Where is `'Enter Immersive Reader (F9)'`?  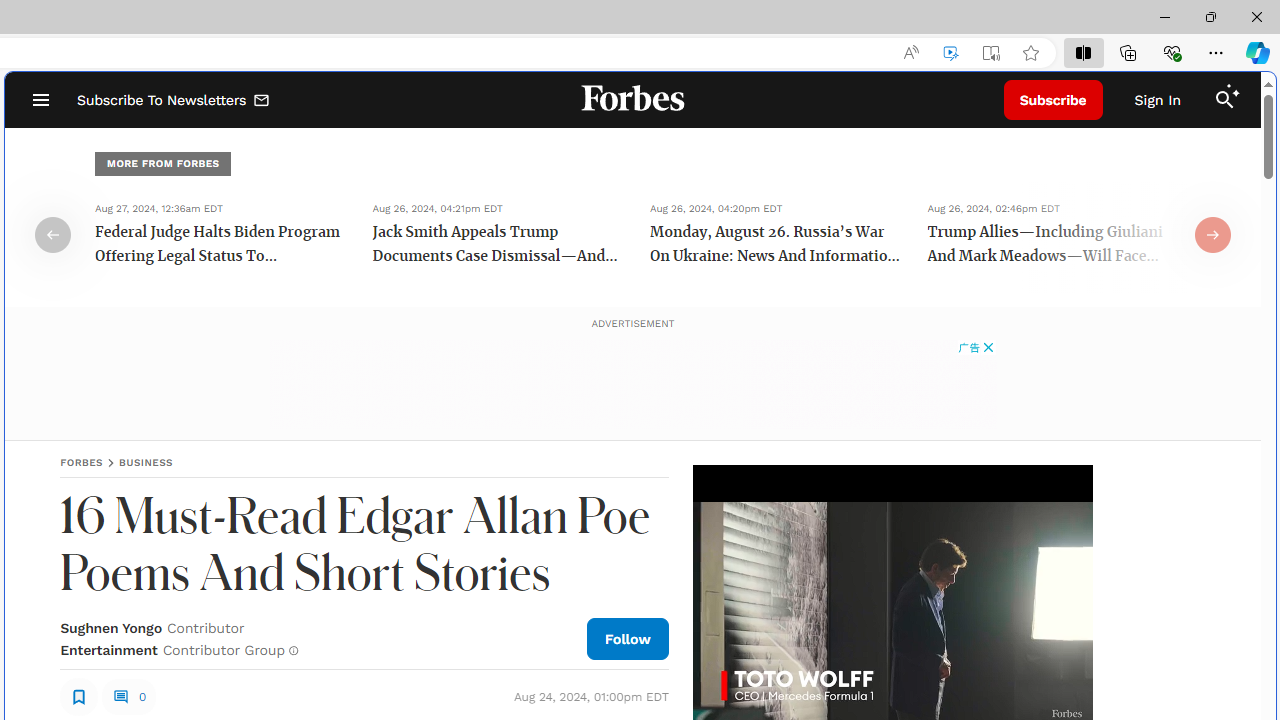
'Enter Immersive Reader (F9)' is located at coordinates (991, 52).